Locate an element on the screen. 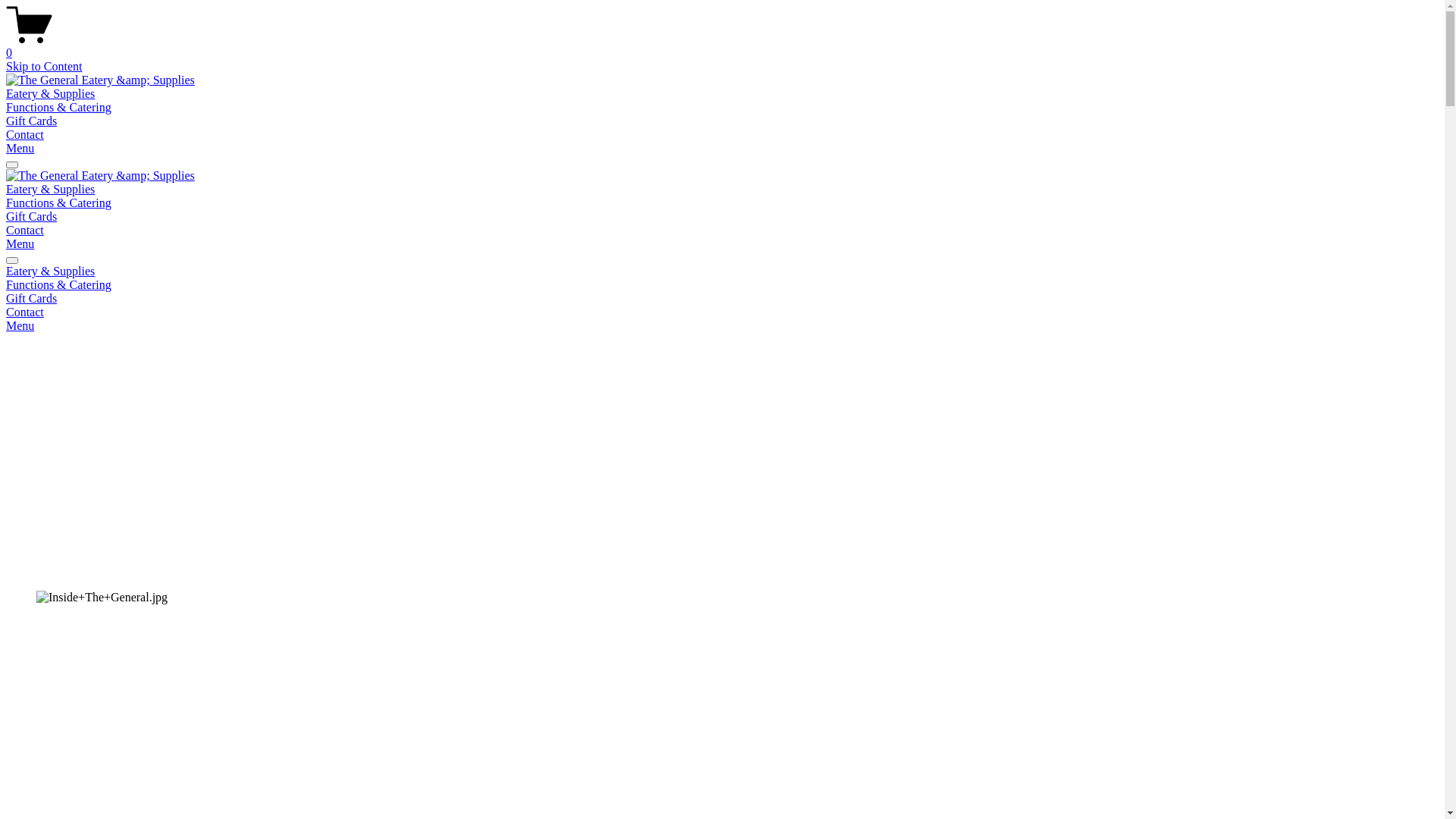  'Functions & Catering' is located at coordinates (721, 284).